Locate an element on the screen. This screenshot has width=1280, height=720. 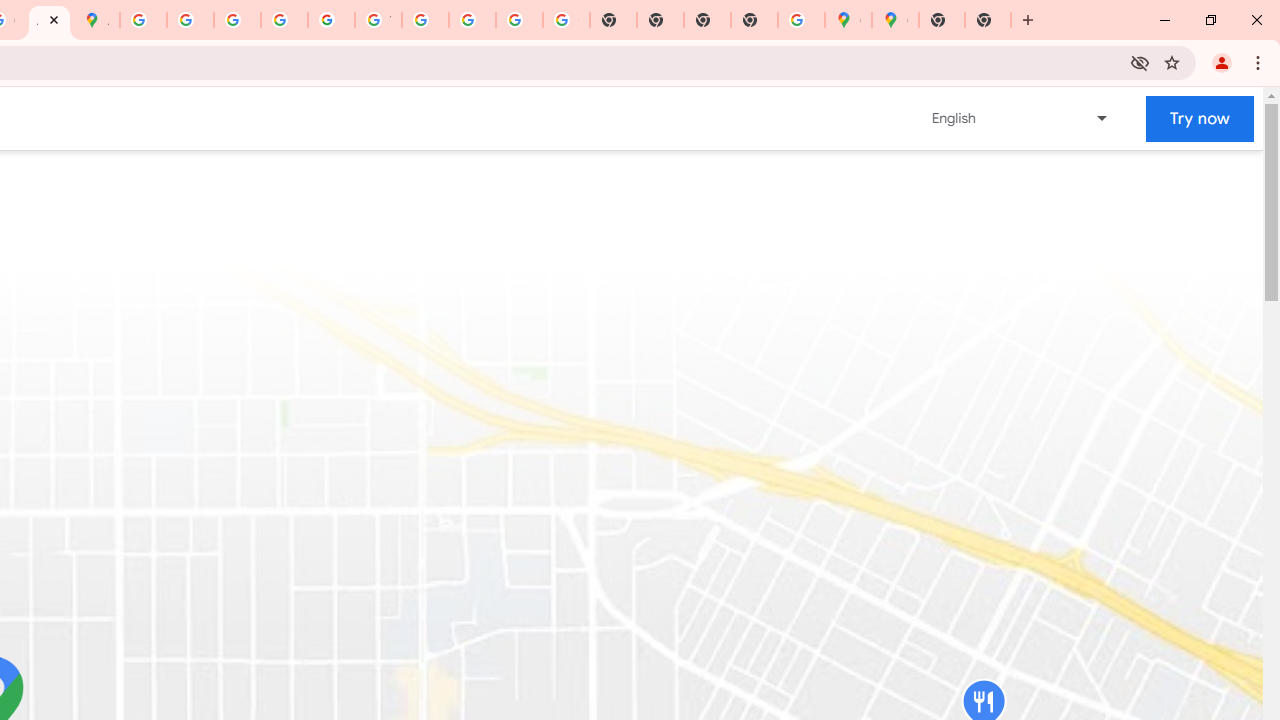
'Privacy Help Center - Policies Help' is located at coordinates (190, 20).